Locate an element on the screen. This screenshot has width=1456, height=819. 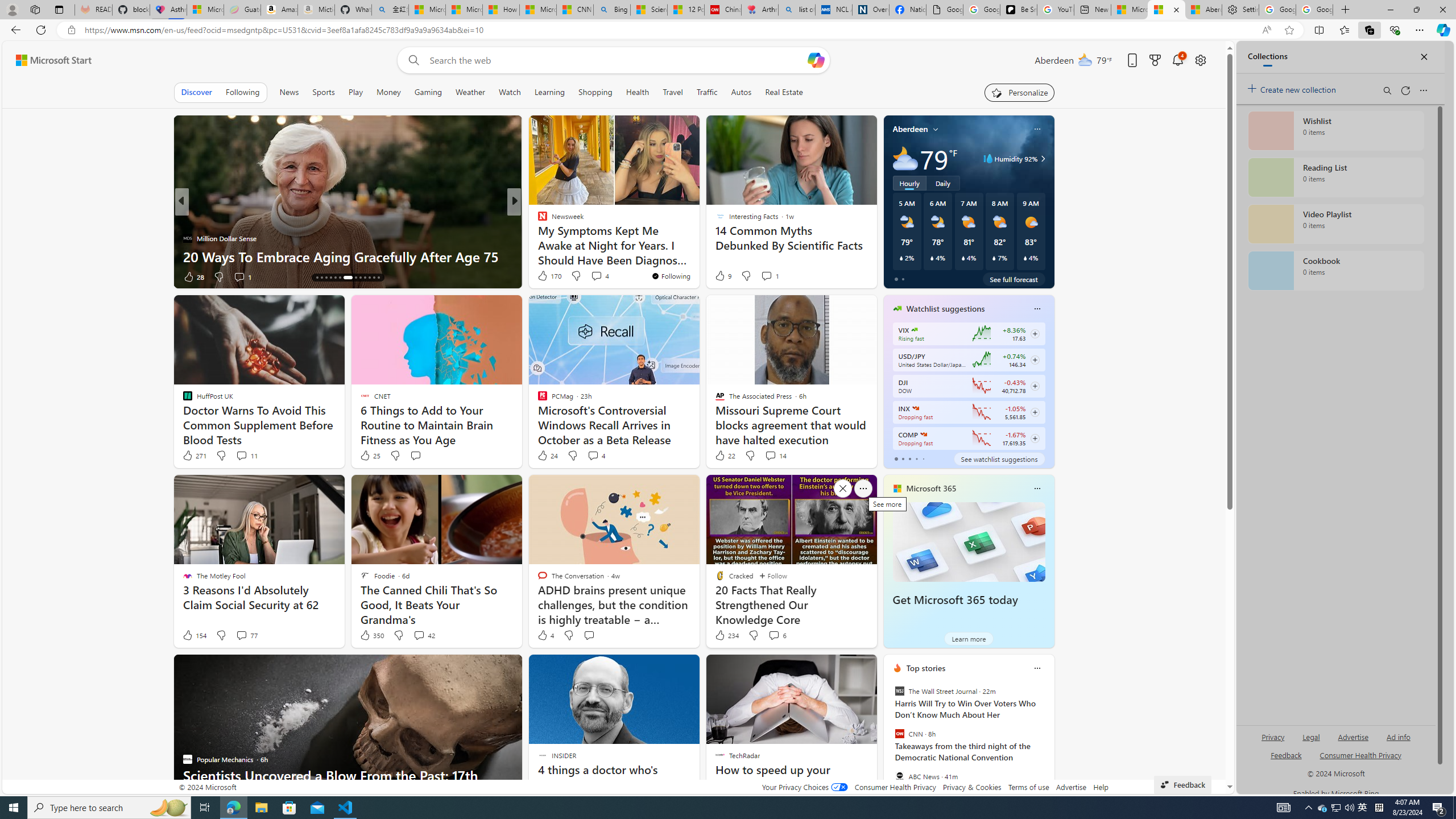
'See watchlist suggestions' is located at coordinates (999, 459).